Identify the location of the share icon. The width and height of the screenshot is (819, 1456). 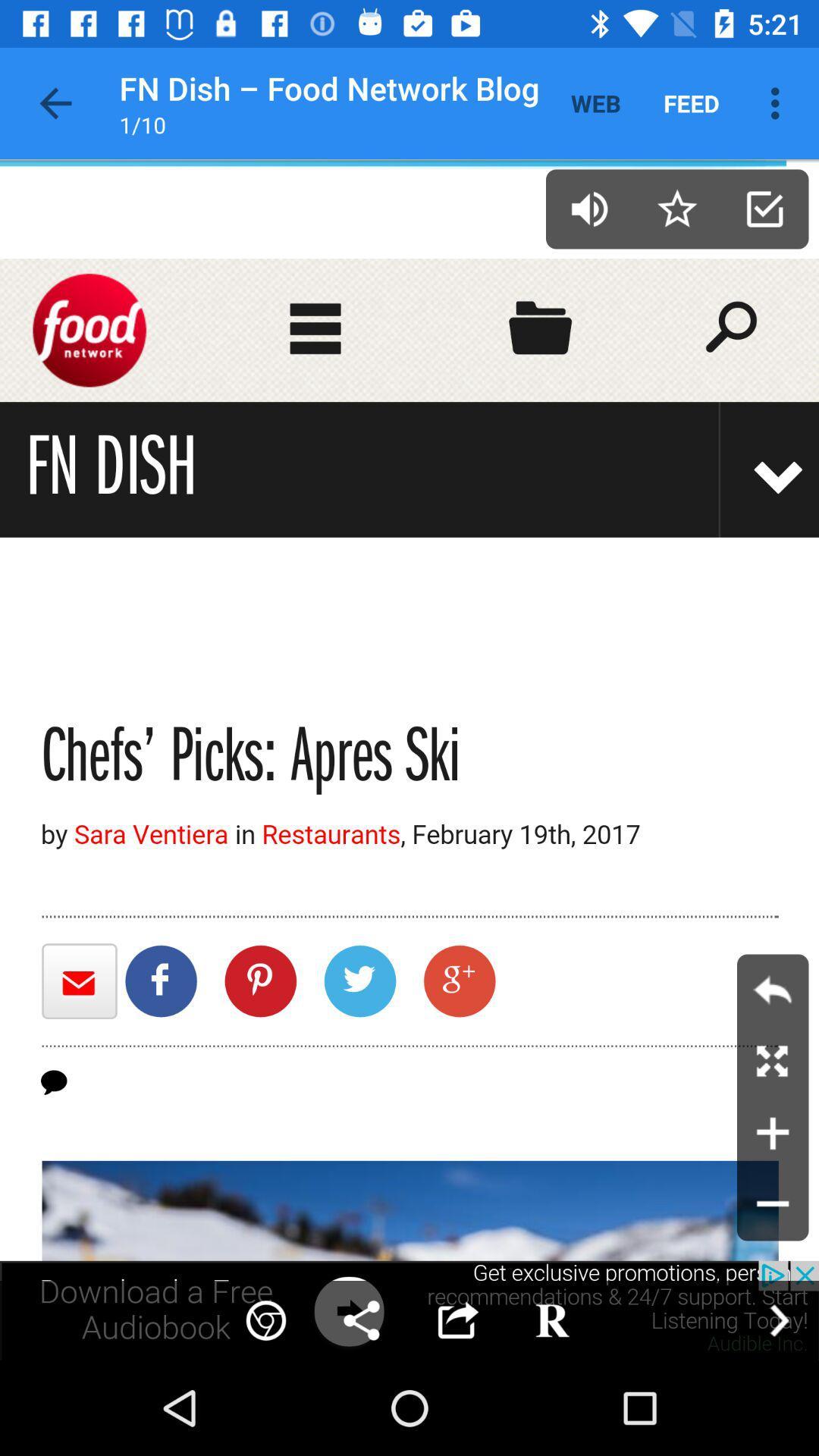
(456, 1319).